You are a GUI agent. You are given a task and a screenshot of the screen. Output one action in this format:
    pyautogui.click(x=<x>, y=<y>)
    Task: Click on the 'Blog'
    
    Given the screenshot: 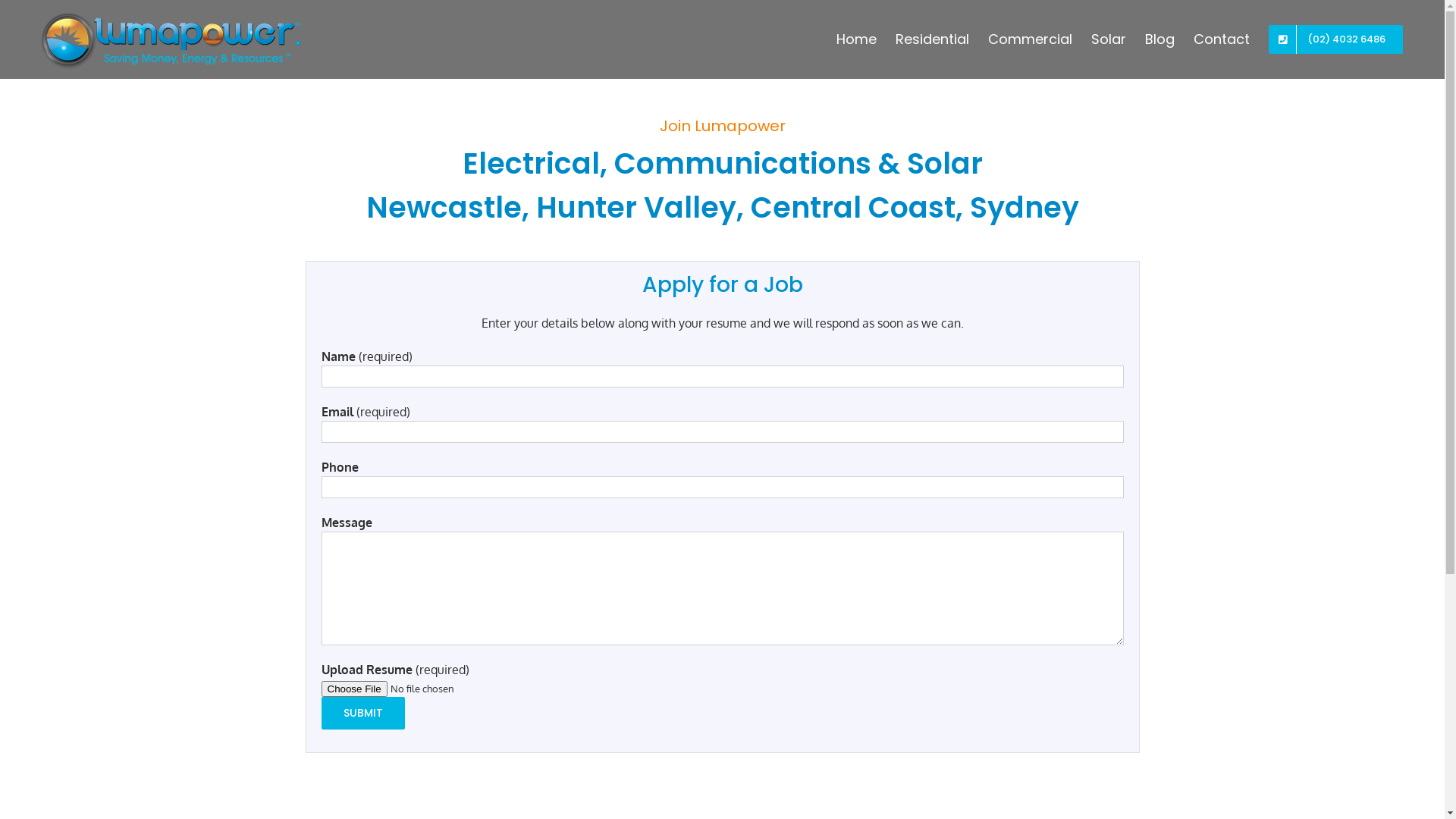 What is the action you would take?
    pyautogui.click(x=1159, y=38)
    